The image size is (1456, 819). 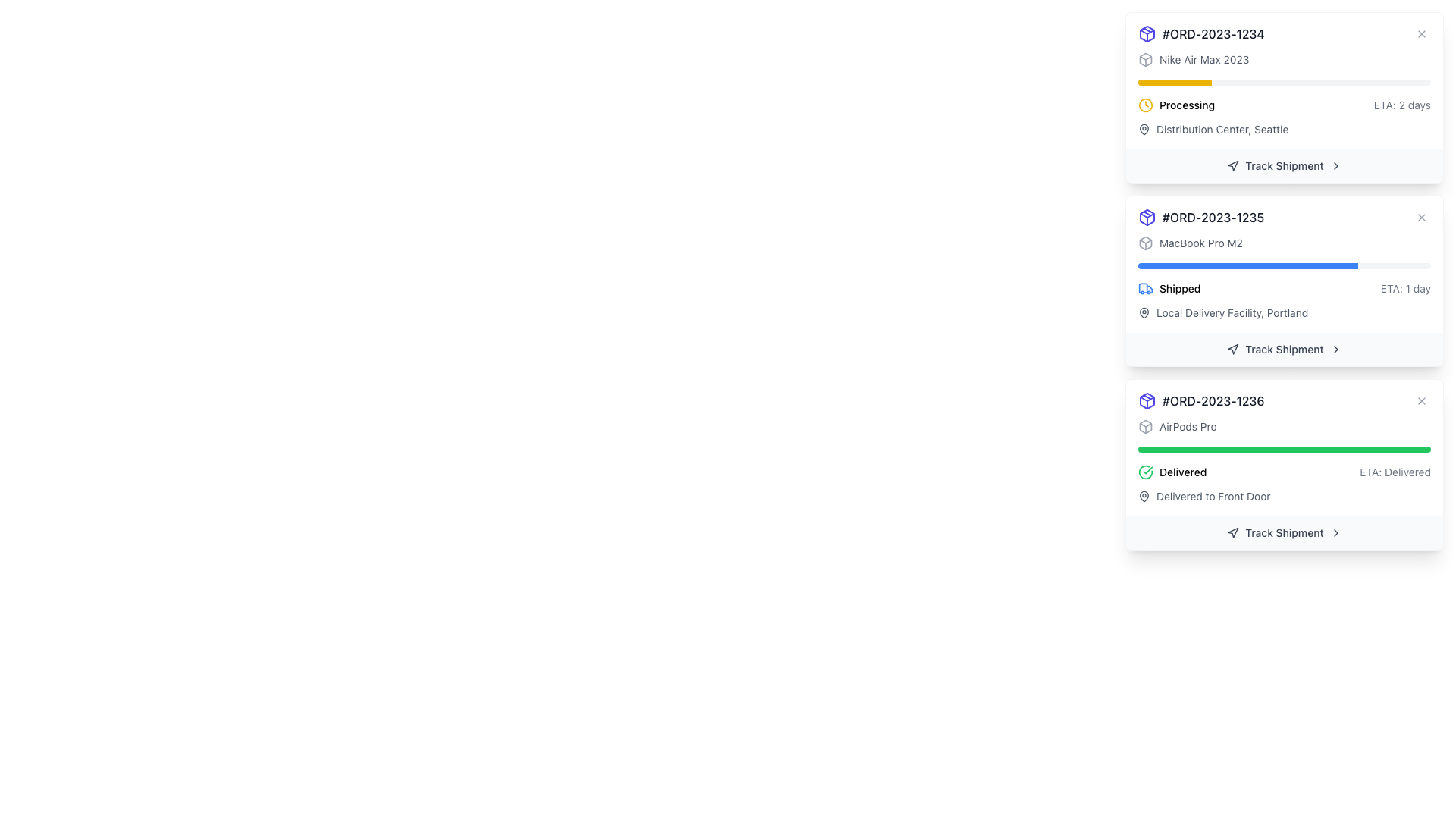 What do you see at coordinates (1203, 58) in the screenshot?
I see `the text label displaying 'Nike Air Max 2023', which is styled in a small, gray font and indicates a product's name` at bounding box center [1203, 58].